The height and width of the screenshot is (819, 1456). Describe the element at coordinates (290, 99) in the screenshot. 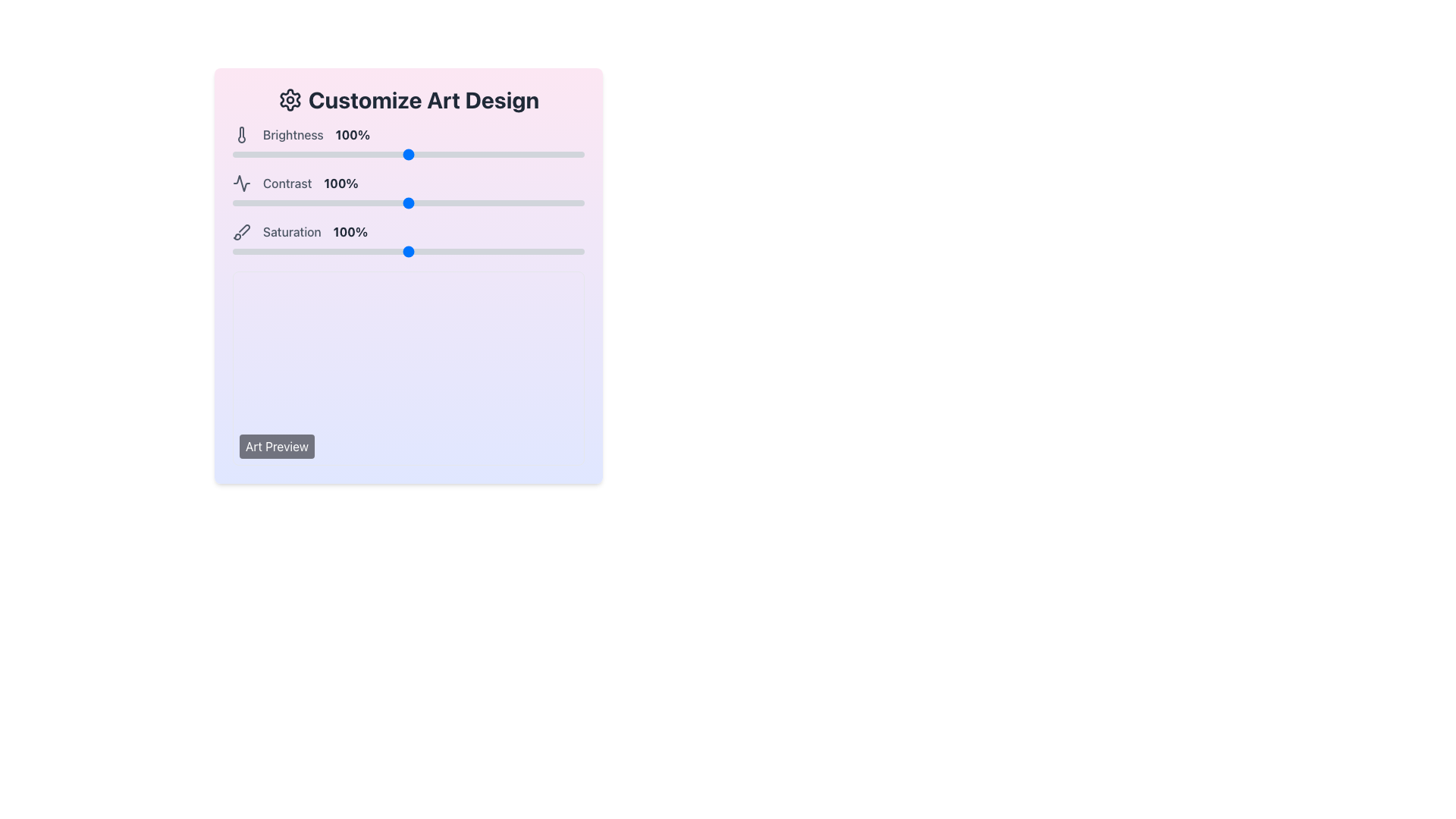

I see `the decorative icon indicating customization settings in the 'Customize Art Design' section` at that location.